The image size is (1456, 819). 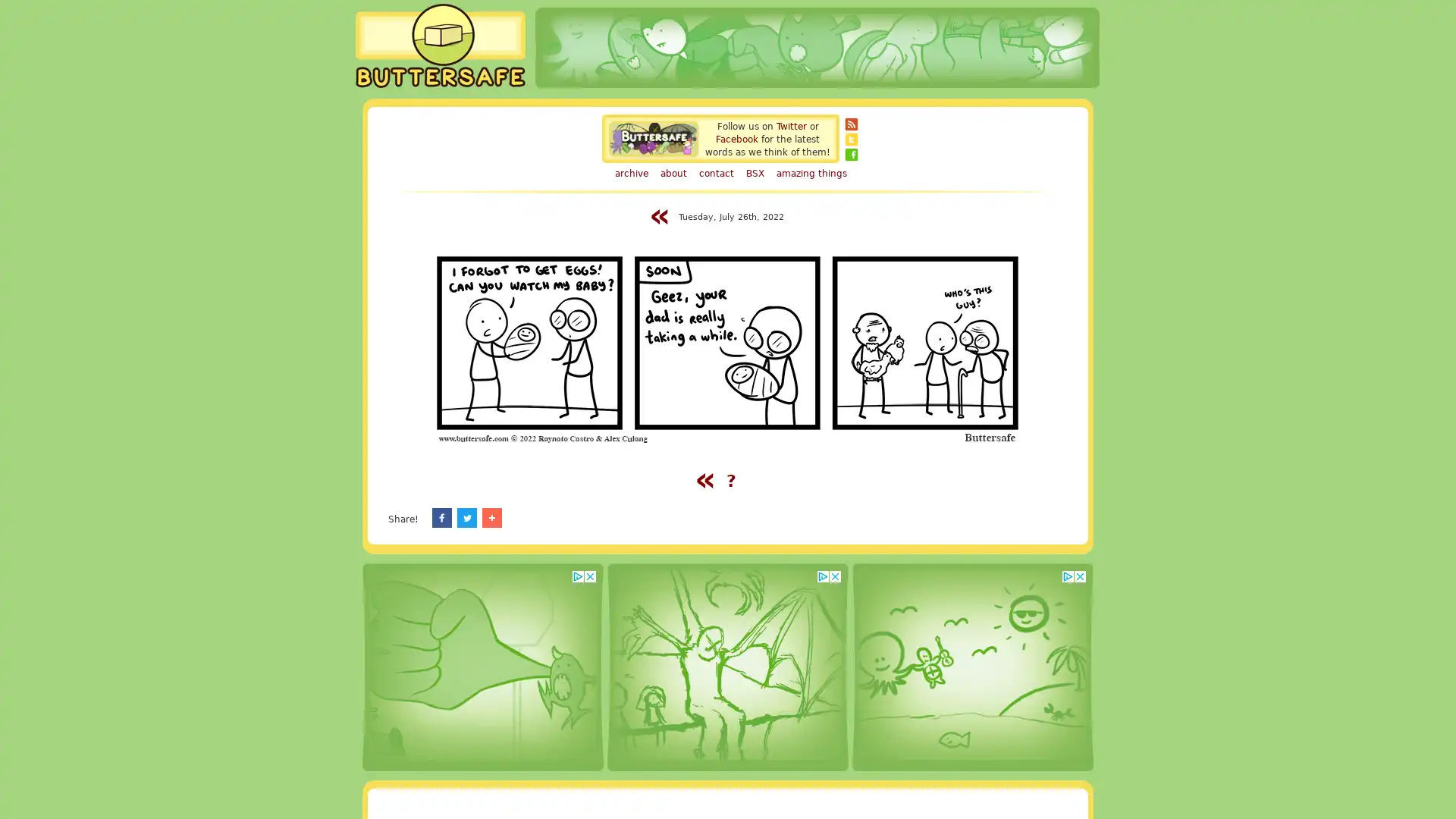 What do you see at coordinates (535, 516) in the screenshot?
I see `Share to Twitter Twitter` at bounding box center [535, 516].